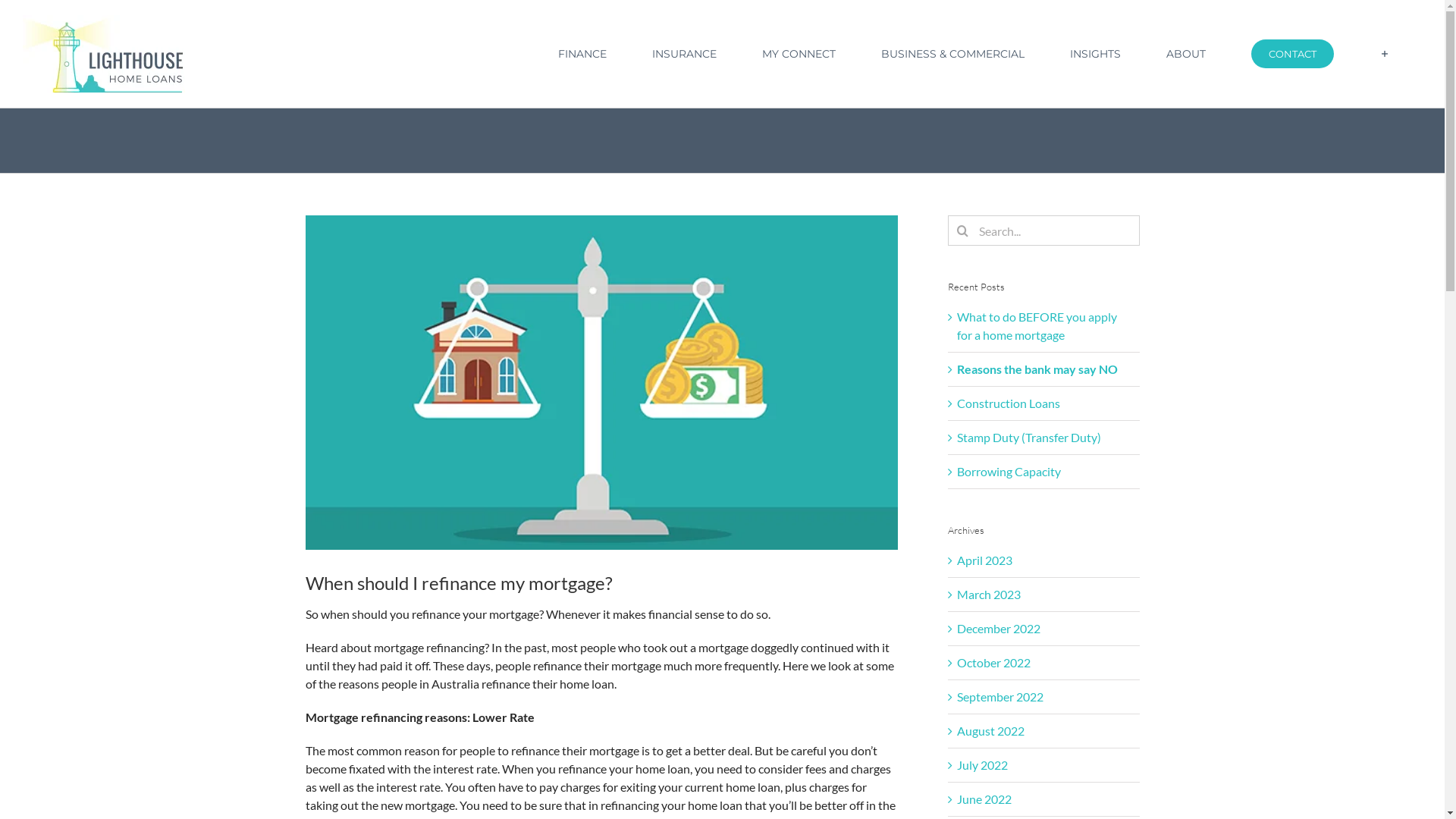 This screenshot has width=1456, height=819. Describe the element at coordinates (581, 52) in the screenshot. I see `'FINANCE'` at that location.